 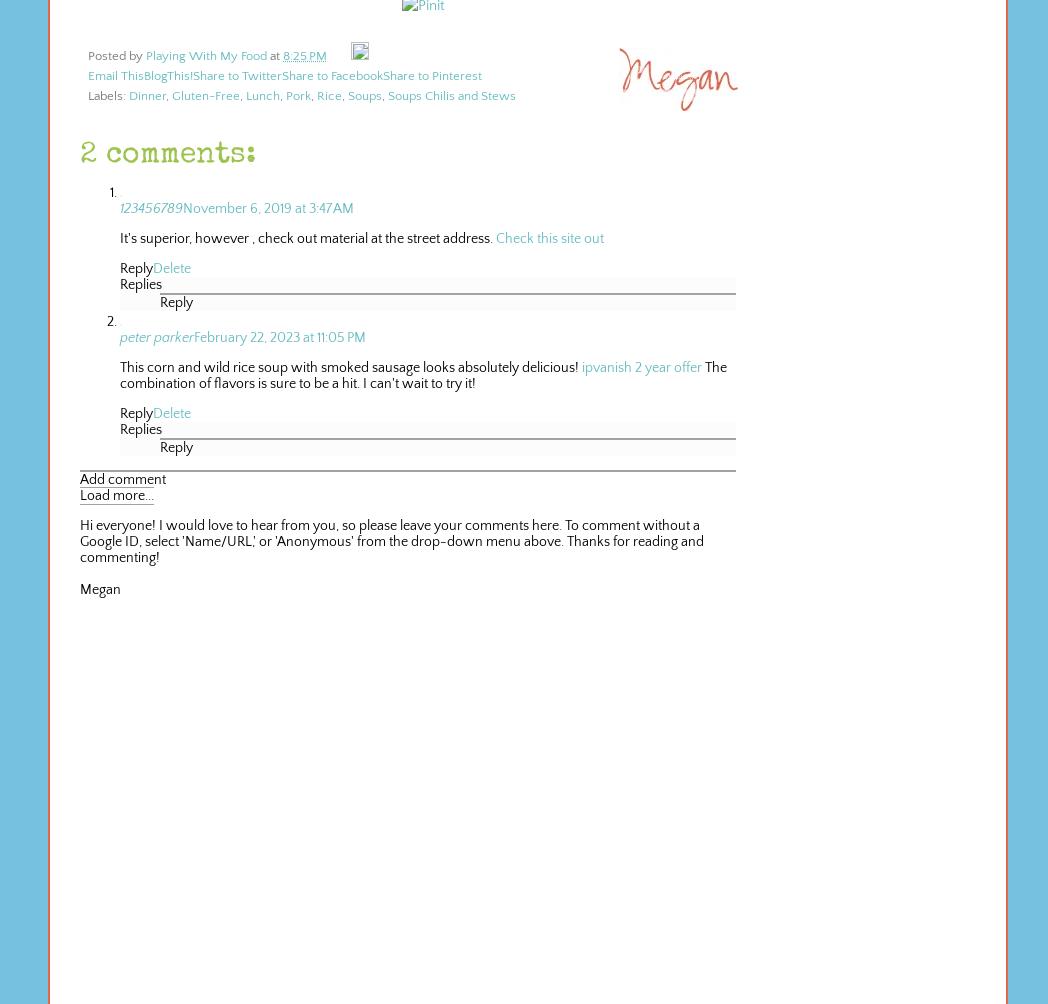 I want to click on 'Gluten-Free', so click(x=205, y=95).